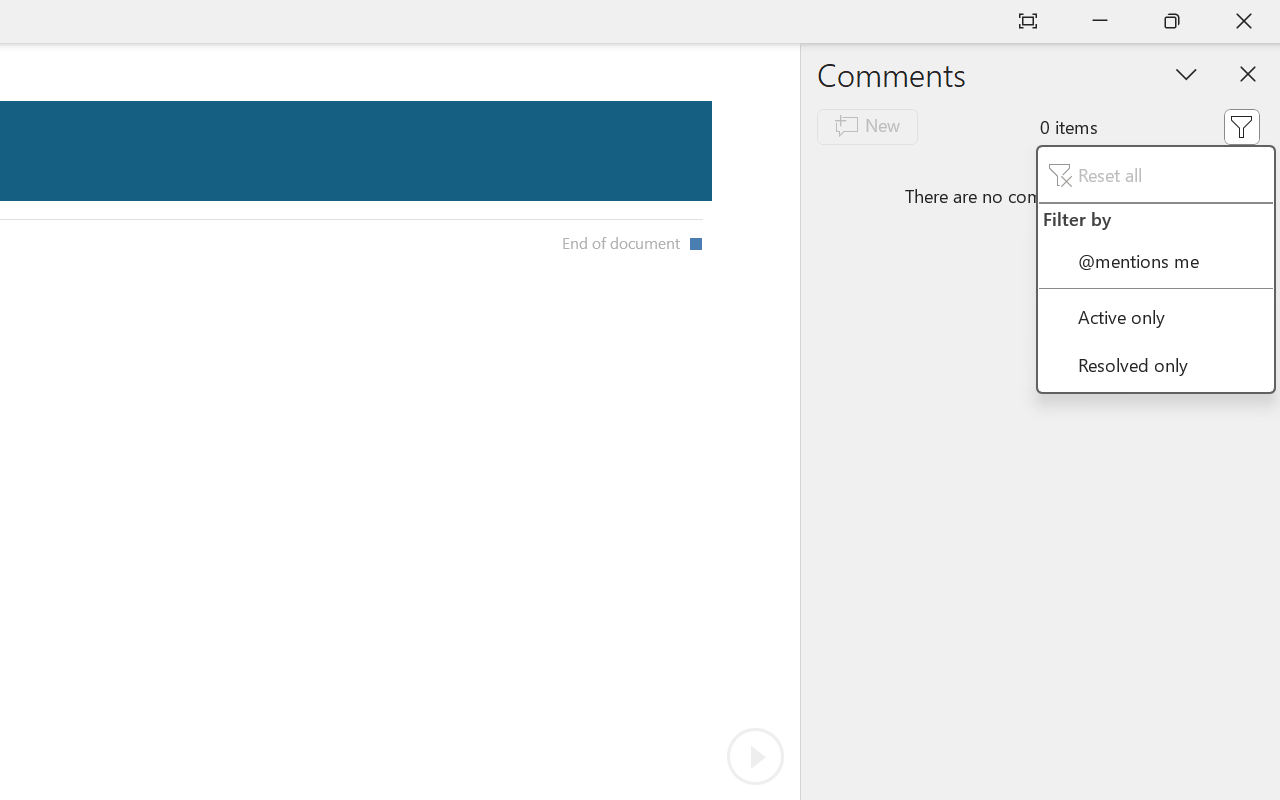 The height and width of the screenshot is (800, 1280). Describe the element at coordinates (1155, 315) in the screenshot. I see `'Active only'` at that location.